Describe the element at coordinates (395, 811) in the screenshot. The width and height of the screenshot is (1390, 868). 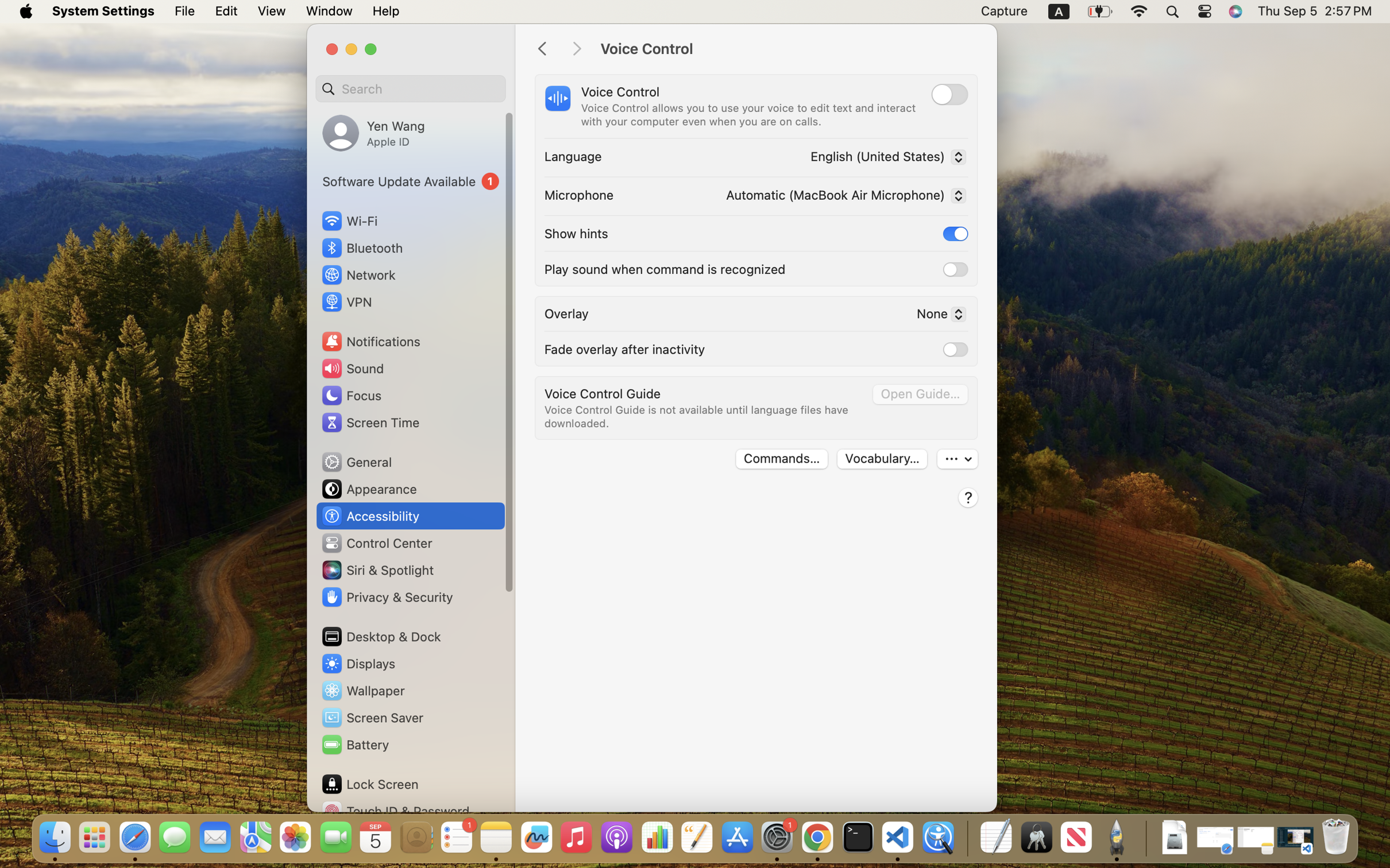
I see `'Touch ID & Password'` at that location.